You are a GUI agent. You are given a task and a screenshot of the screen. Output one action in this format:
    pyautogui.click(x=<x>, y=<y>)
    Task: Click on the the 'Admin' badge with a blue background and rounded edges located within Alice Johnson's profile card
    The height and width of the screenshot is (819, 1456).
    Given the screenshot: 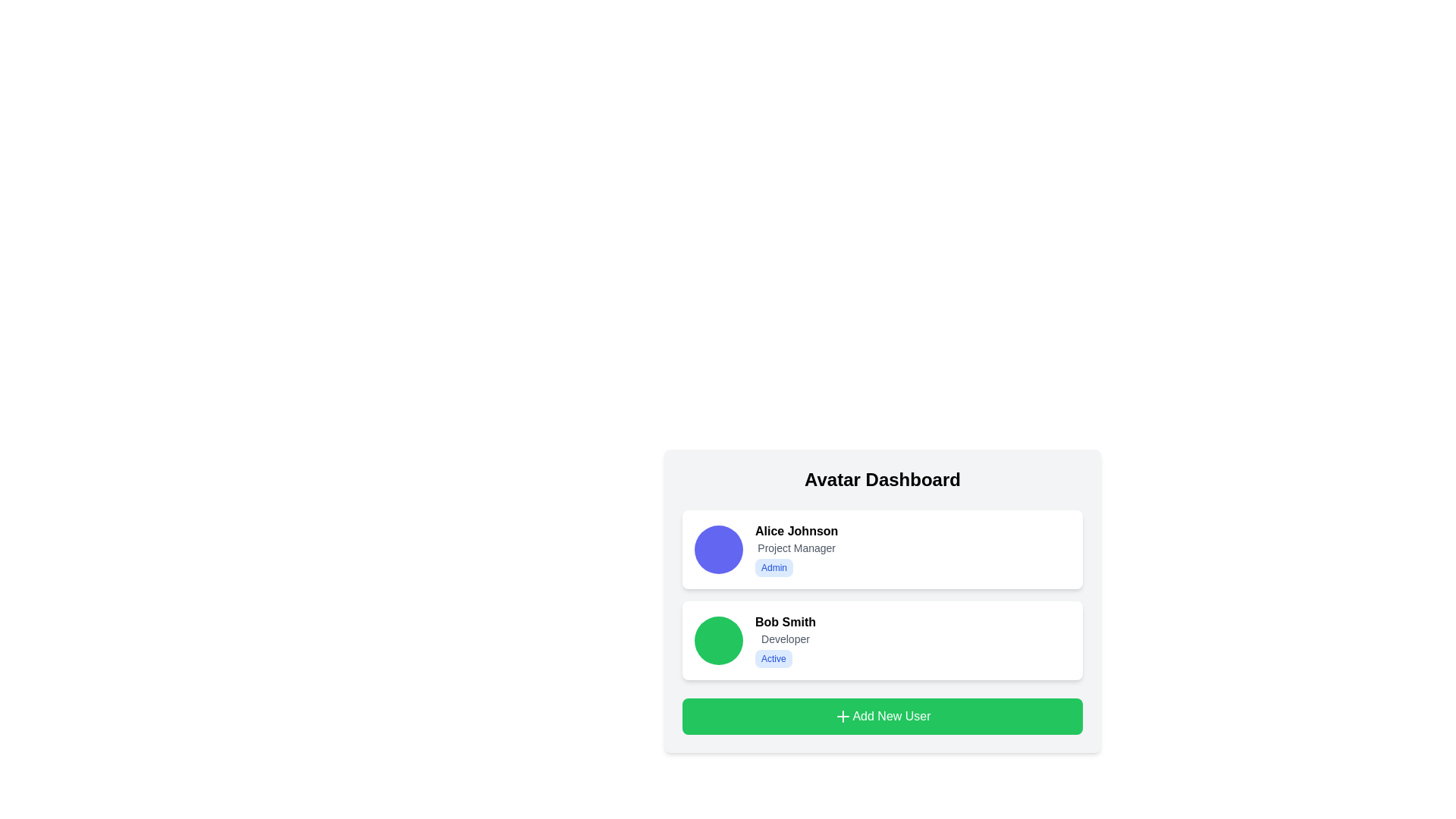 What is the action you would take?
    pyautogui.click(x=795, y=567)
    